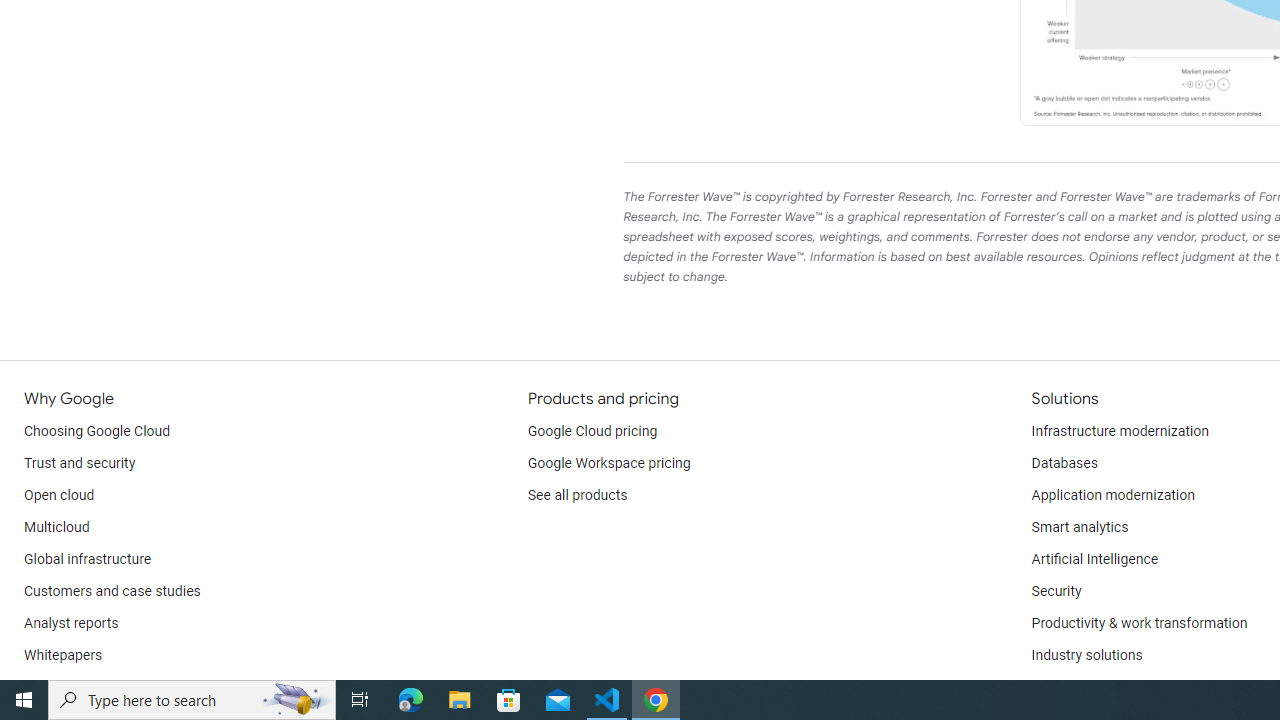 Image resolution: width=1280 pixels, height=720 pixels. I want to click on 'Databases', so click(1063, 464).